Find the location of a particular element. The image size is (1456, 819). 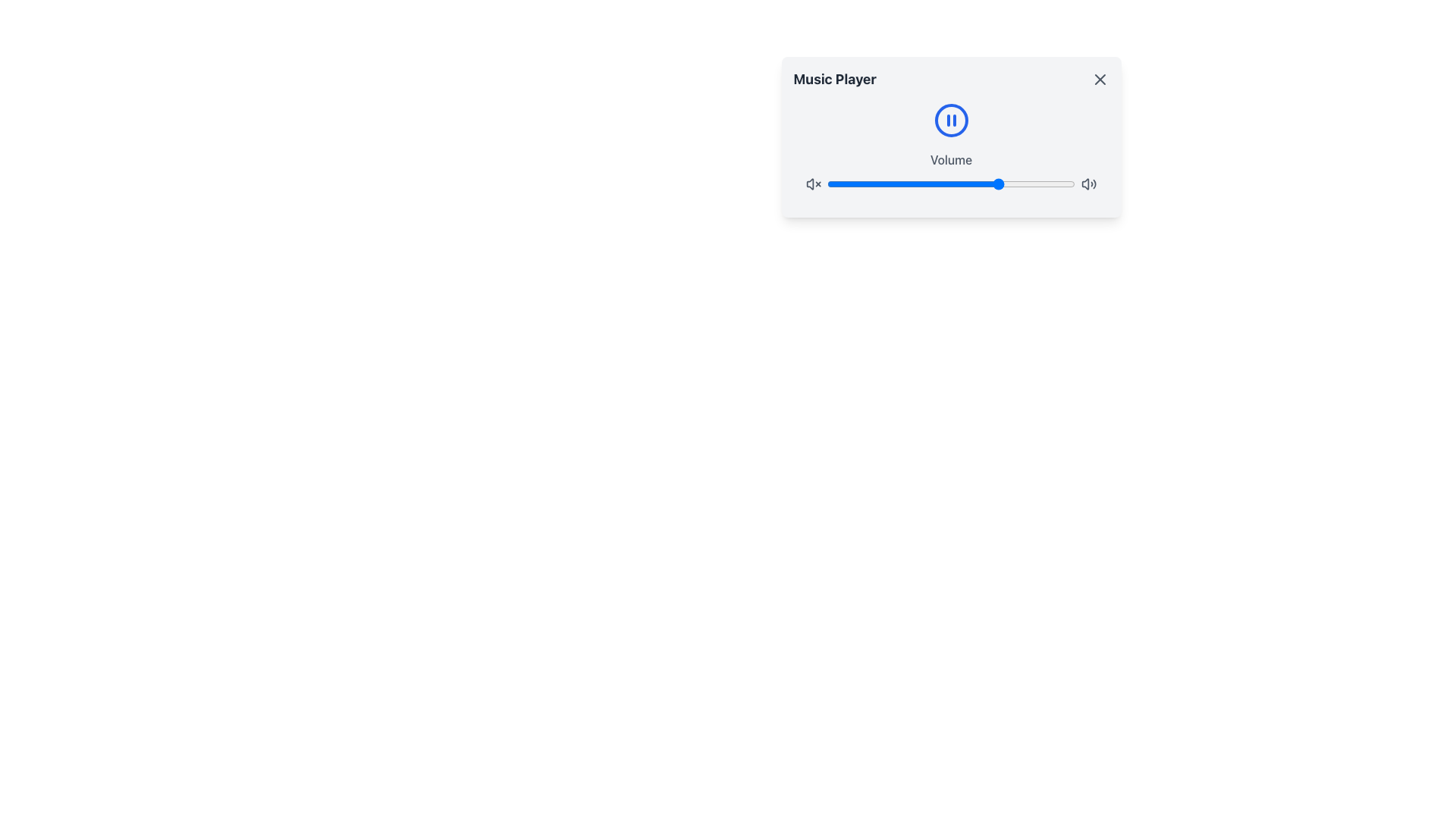

the volume slider is located at coordinates (826, 184).